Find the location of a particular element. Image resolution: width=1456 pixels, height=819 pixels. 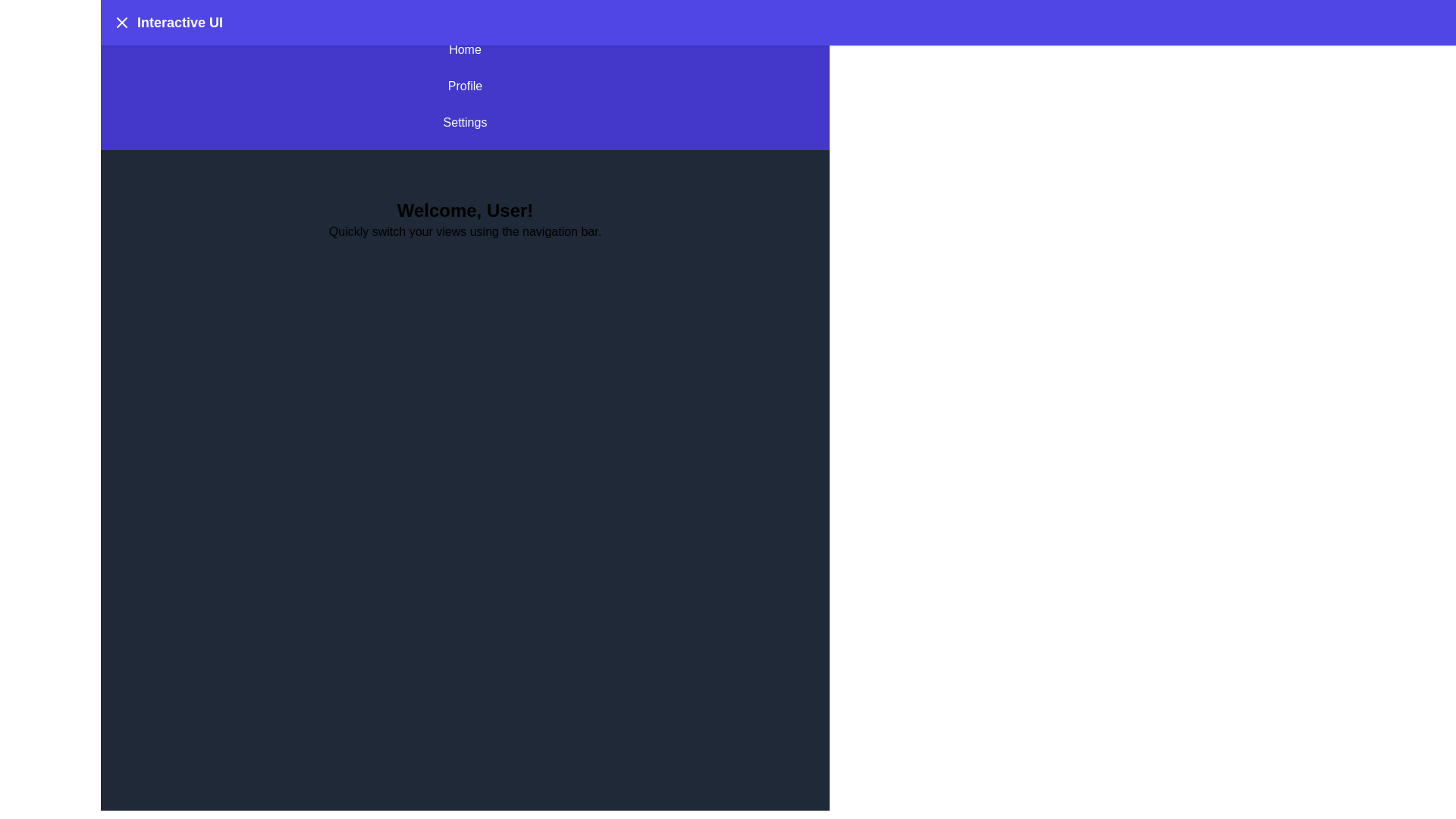

the navigation menu item Profile is located at coordinates (464, 86).